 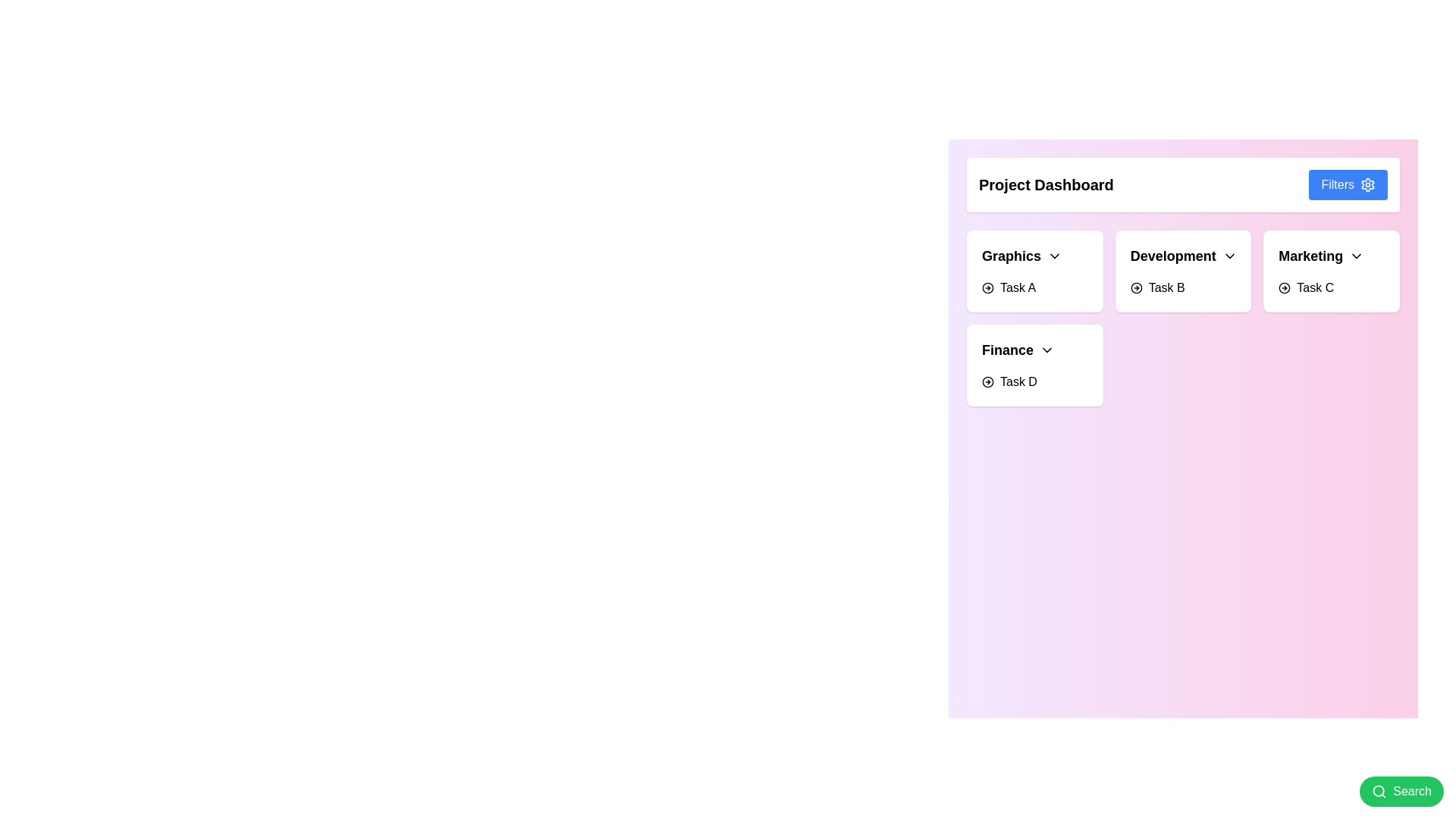 What do you see at coordinates (1183, 256) in the screenshot?
I see `the 'Development' collapsible label with an icon` at bounding box center [1183, 256].